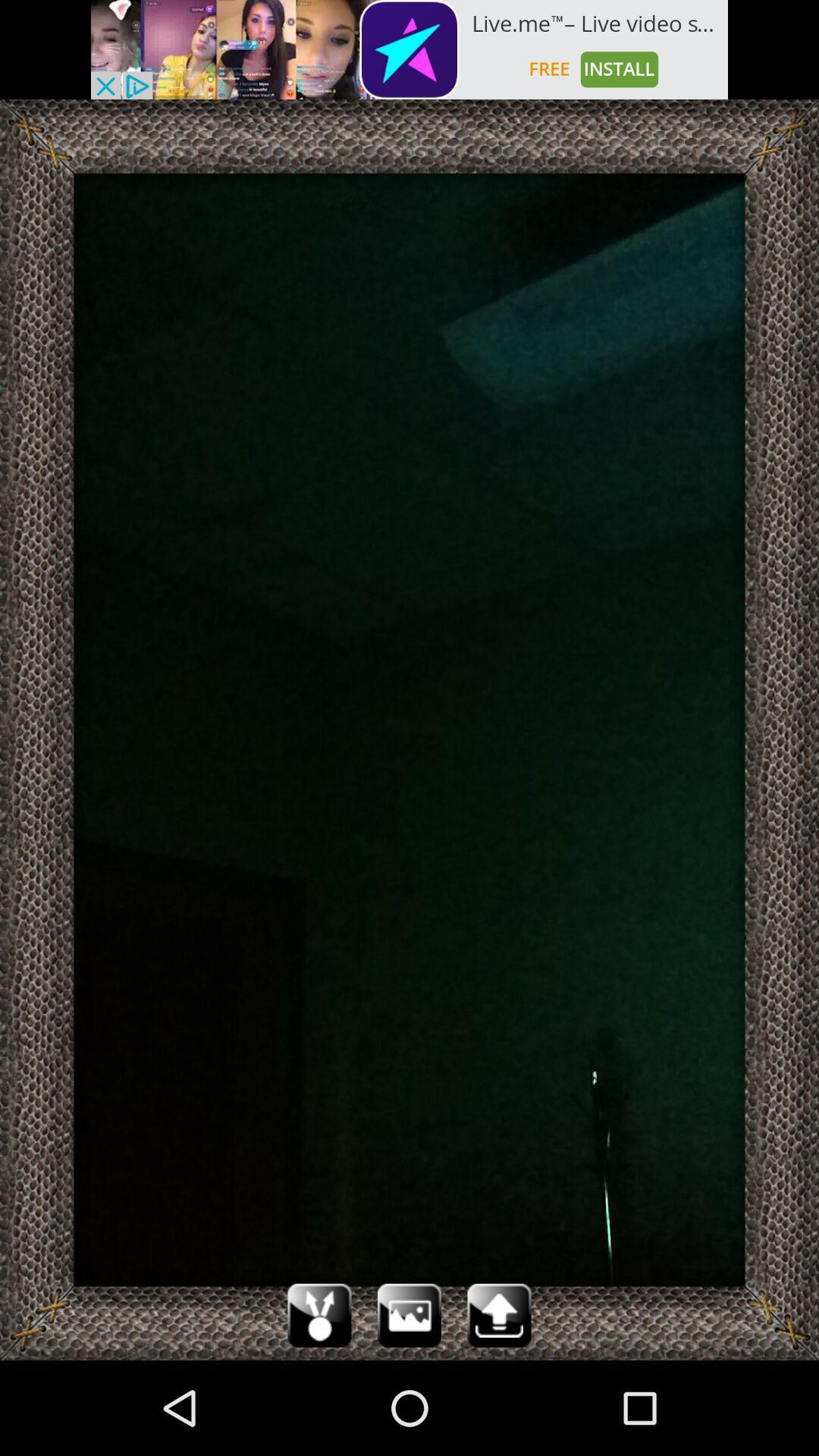 Image resolution: width=819 pixels, height=1456 pixels. I want to click on share selection, so click(318, 1314).